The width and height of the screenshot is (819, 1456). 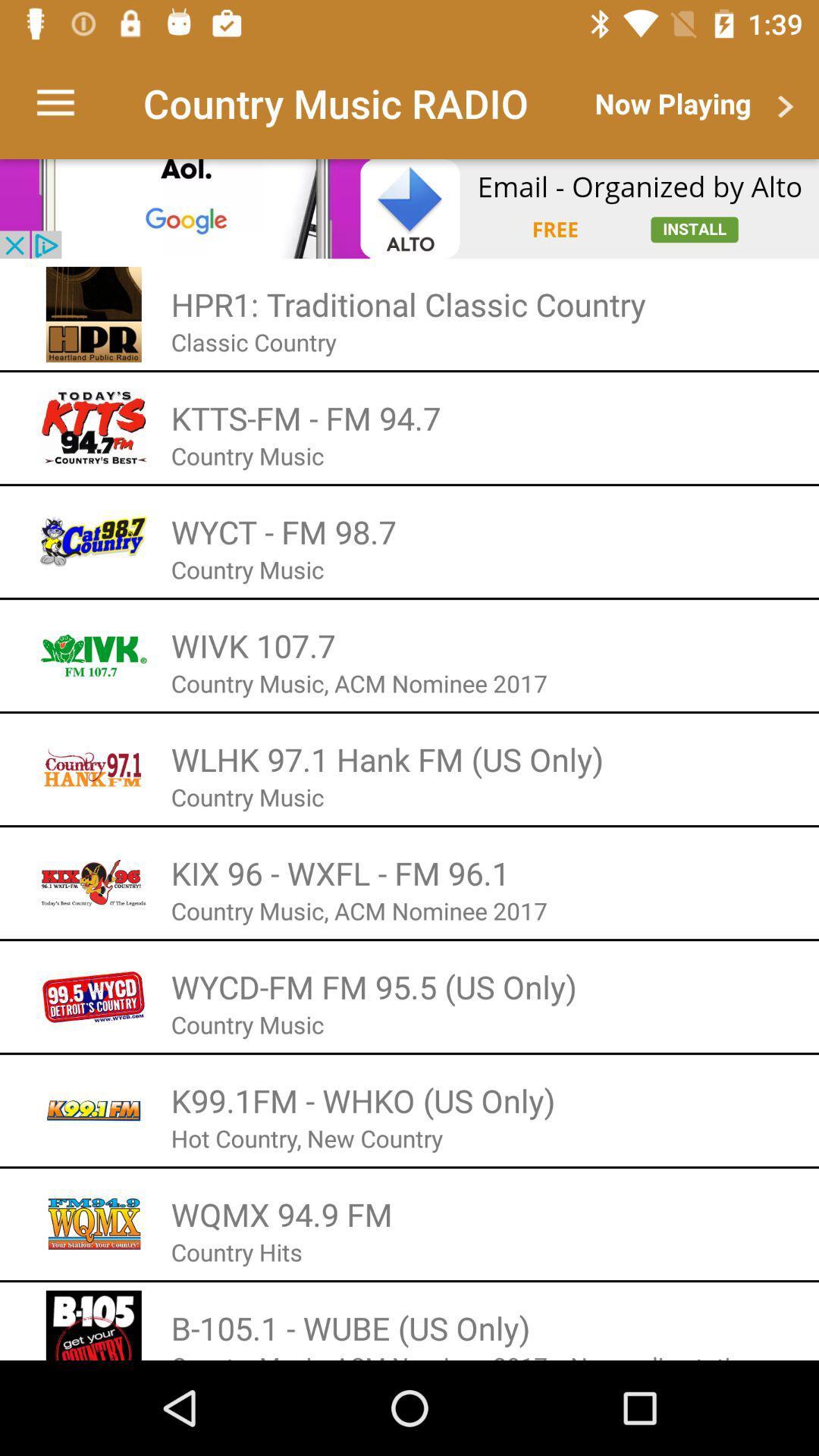 What do you see at coordinates (409, 208) in the screenshot?
I see `advertisement` at bounding box center [409, 208].